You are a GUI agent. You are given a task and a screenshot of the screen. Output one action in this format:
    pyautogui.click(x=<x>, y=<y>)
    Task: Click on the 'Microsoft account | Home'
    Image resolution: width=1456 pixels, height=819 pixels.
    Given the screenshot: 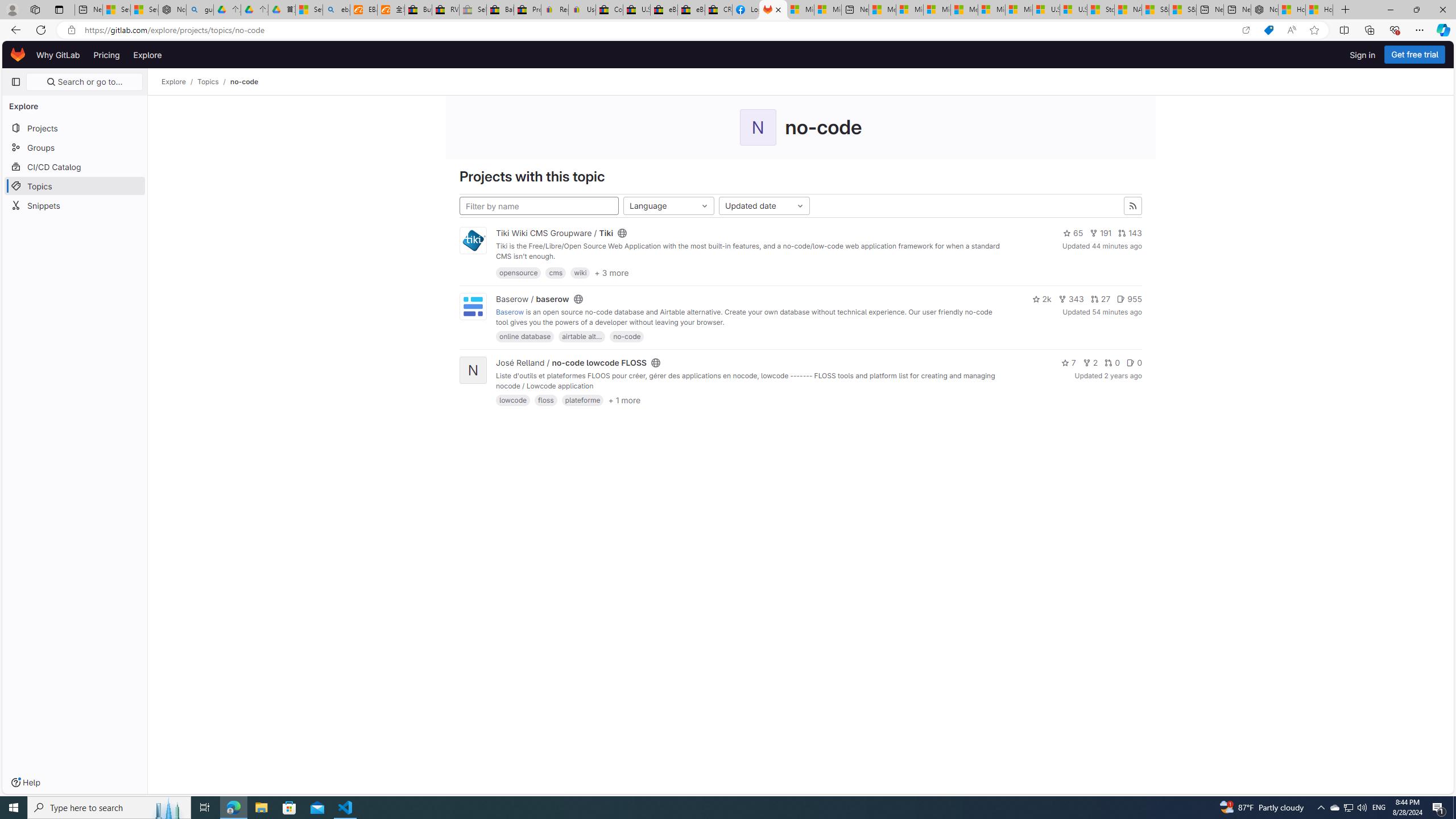 What is the action you would take?
    pyautogui.click(x=936, y=9)
    